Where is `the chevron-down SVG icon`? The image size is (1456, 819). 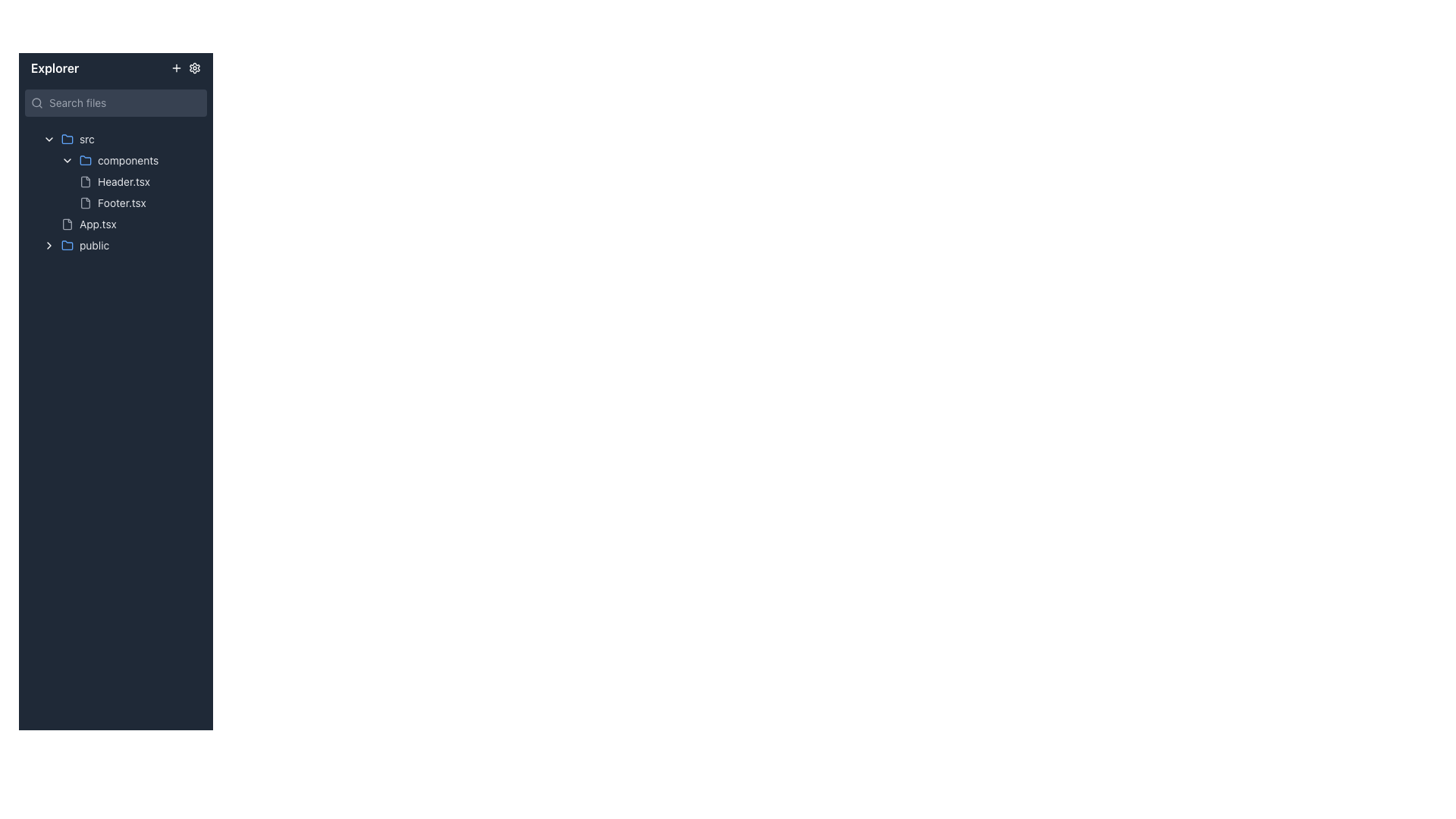
the chevron-down SVG icon is located at coordinates (49, 140).